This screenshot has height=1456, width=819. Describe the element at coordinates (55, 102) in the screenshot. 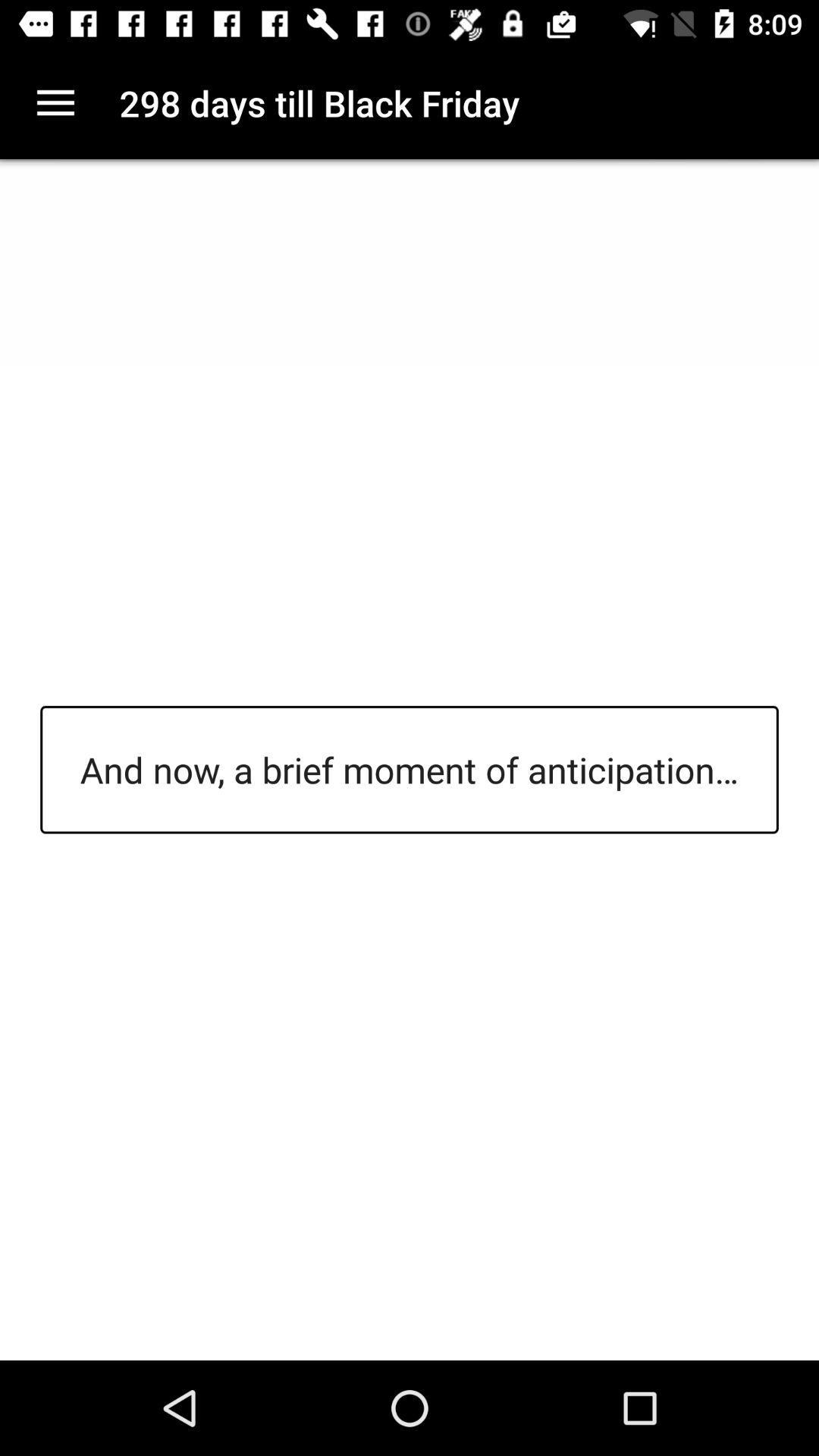

I see `the app to the left of 298 days till app` at that location.